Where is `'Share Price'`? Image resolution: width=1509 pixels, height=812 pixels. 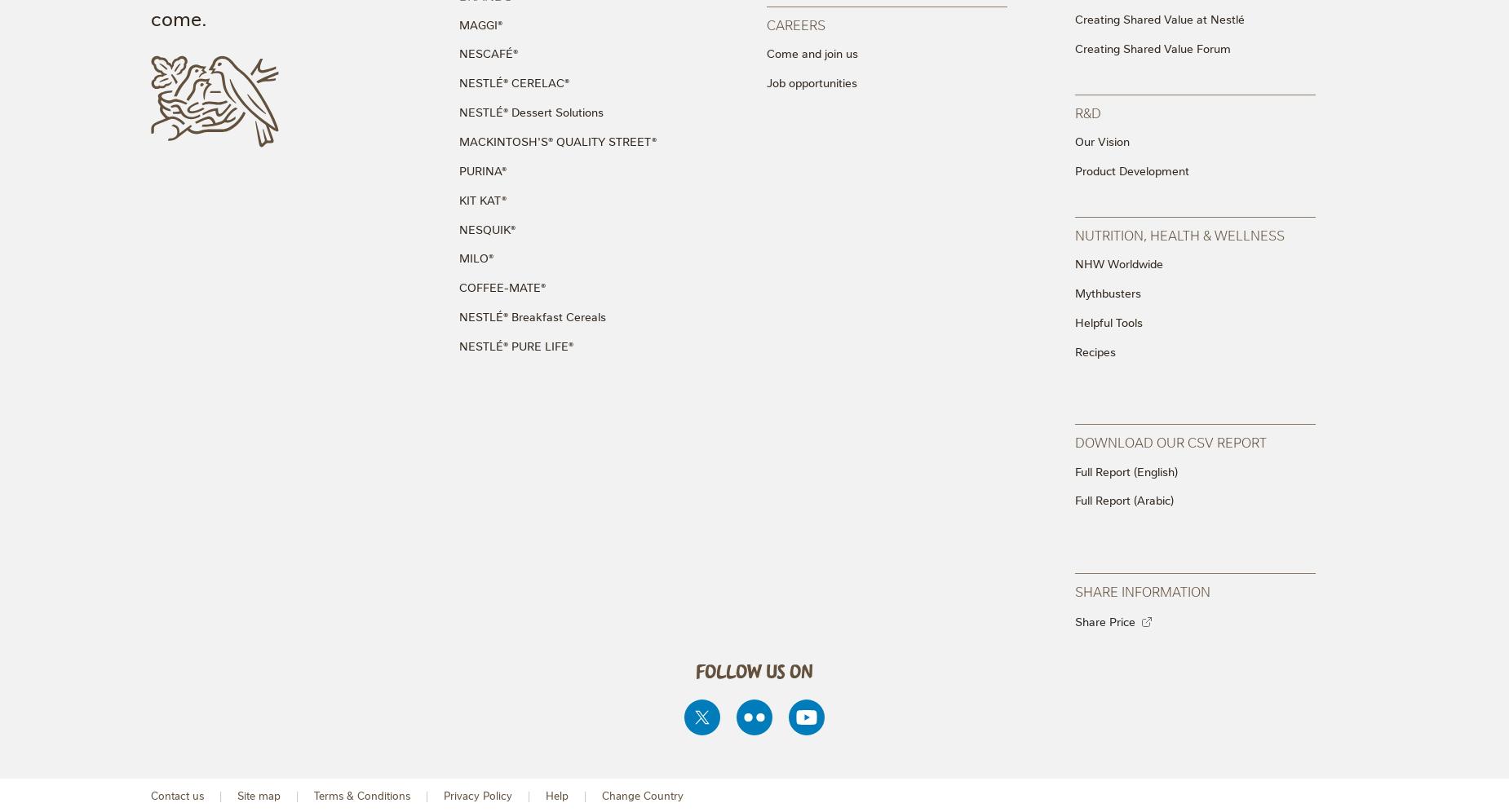
'Share Price' is located at coordinates (1073, 621).